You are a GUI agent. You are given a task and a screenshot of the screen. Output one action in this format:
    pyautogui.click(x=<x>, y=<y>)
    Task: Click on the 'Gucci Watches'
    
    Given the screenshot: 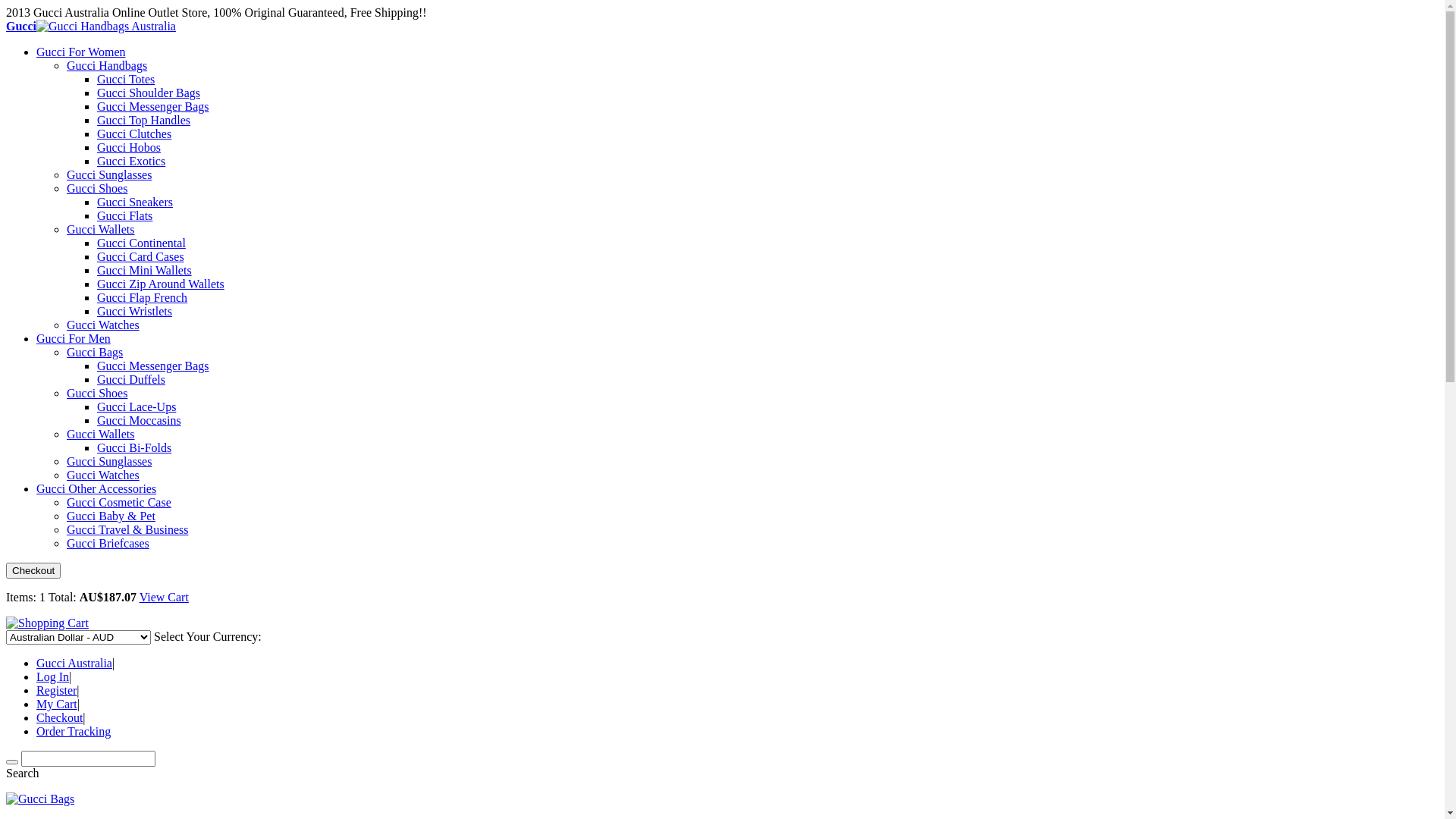 What is the action you would take?
    pyautogui.click(x=102, y=324)
    